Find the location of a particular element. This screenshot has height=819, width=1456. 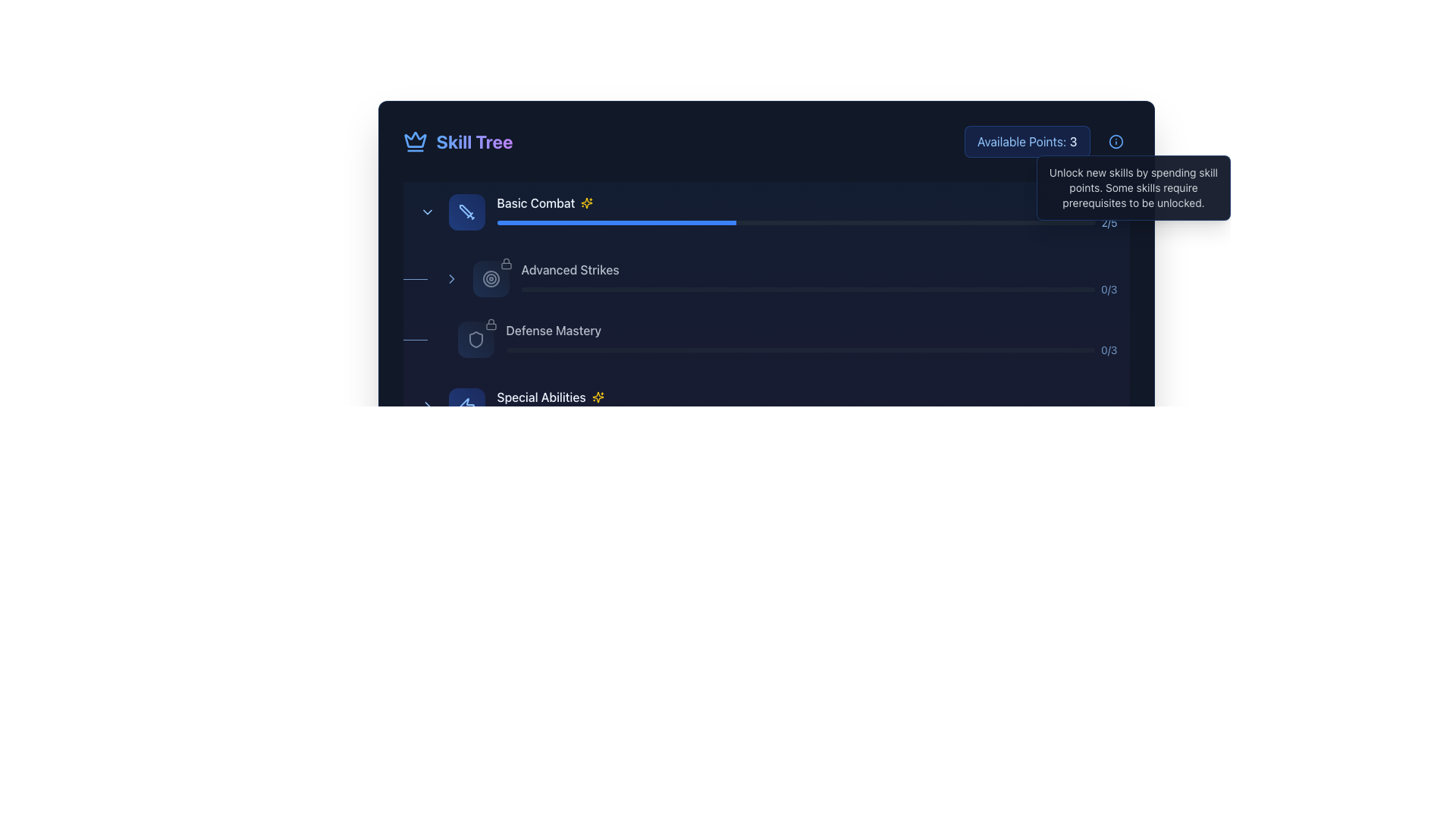

the 'Special Abilities' text label, which is styled in medium blue font on a dark background and located in a list of skill options is located at coordinates (541, 397).